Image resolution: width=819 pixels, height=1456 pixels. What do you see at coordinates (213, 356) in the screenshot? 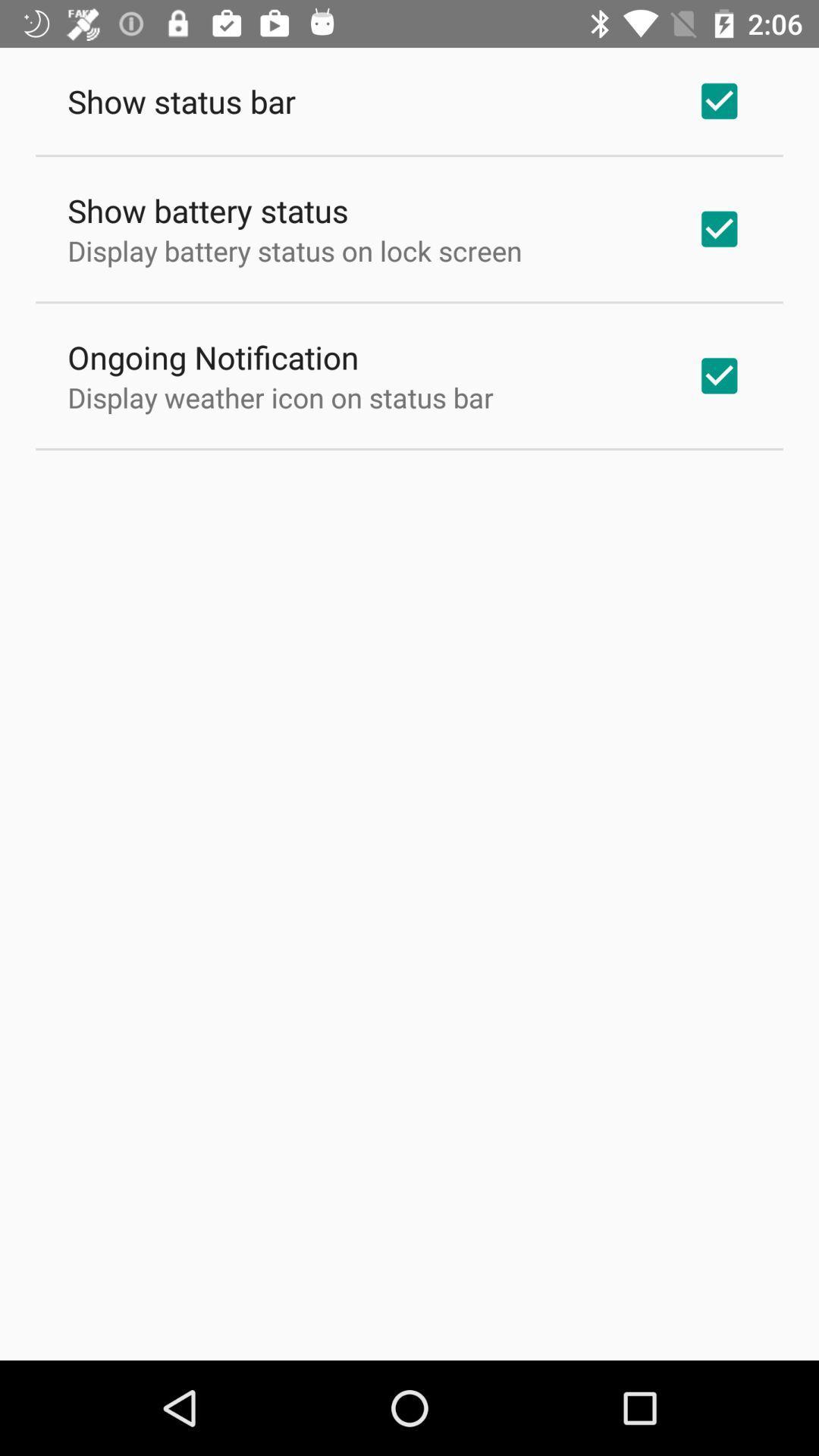
I see `the ongoing notification item` at bounding box center [213, 356].